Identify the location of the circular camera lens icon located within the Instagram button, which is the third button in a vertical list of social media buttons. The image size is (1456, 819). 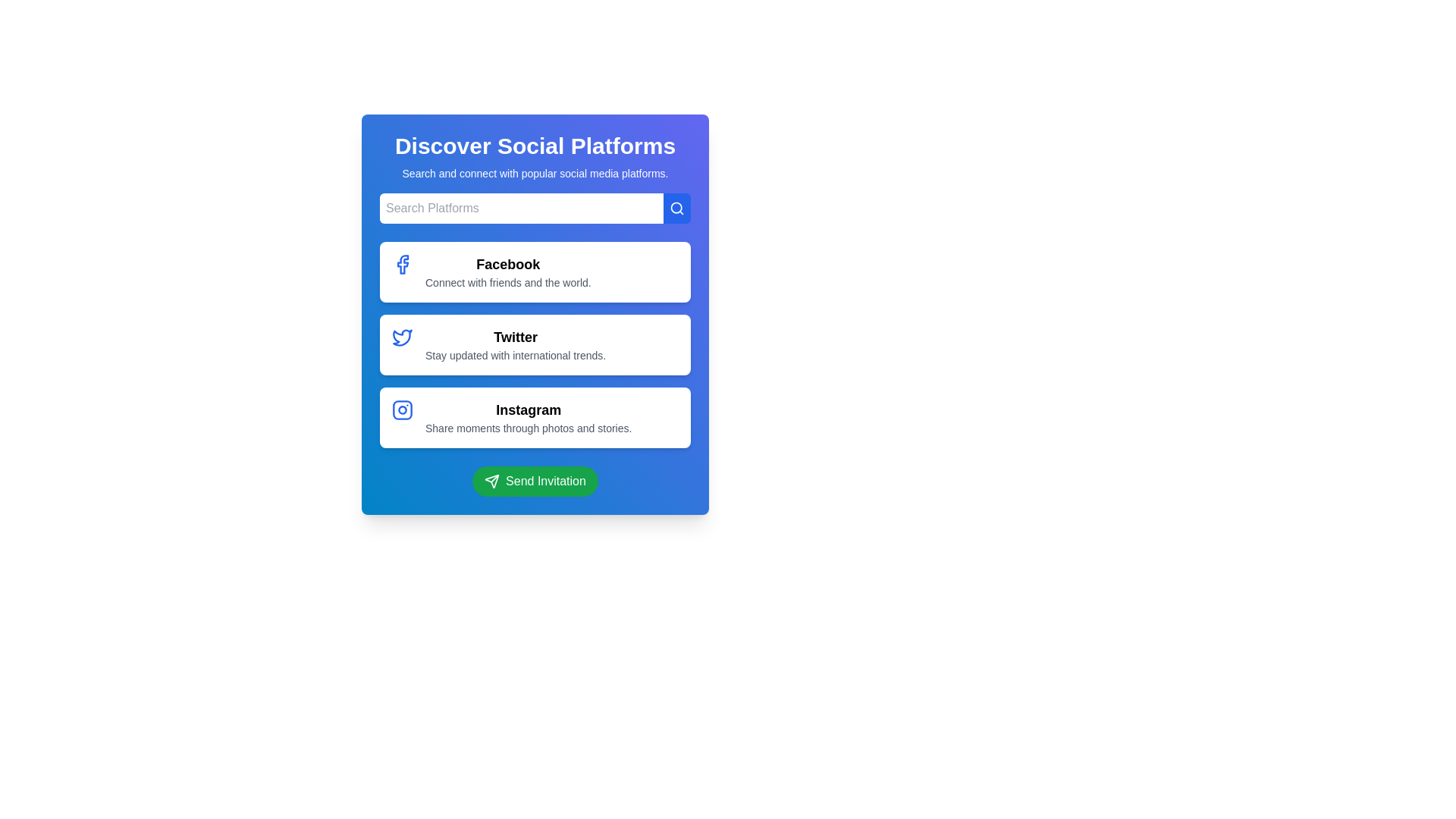
(403, 409).